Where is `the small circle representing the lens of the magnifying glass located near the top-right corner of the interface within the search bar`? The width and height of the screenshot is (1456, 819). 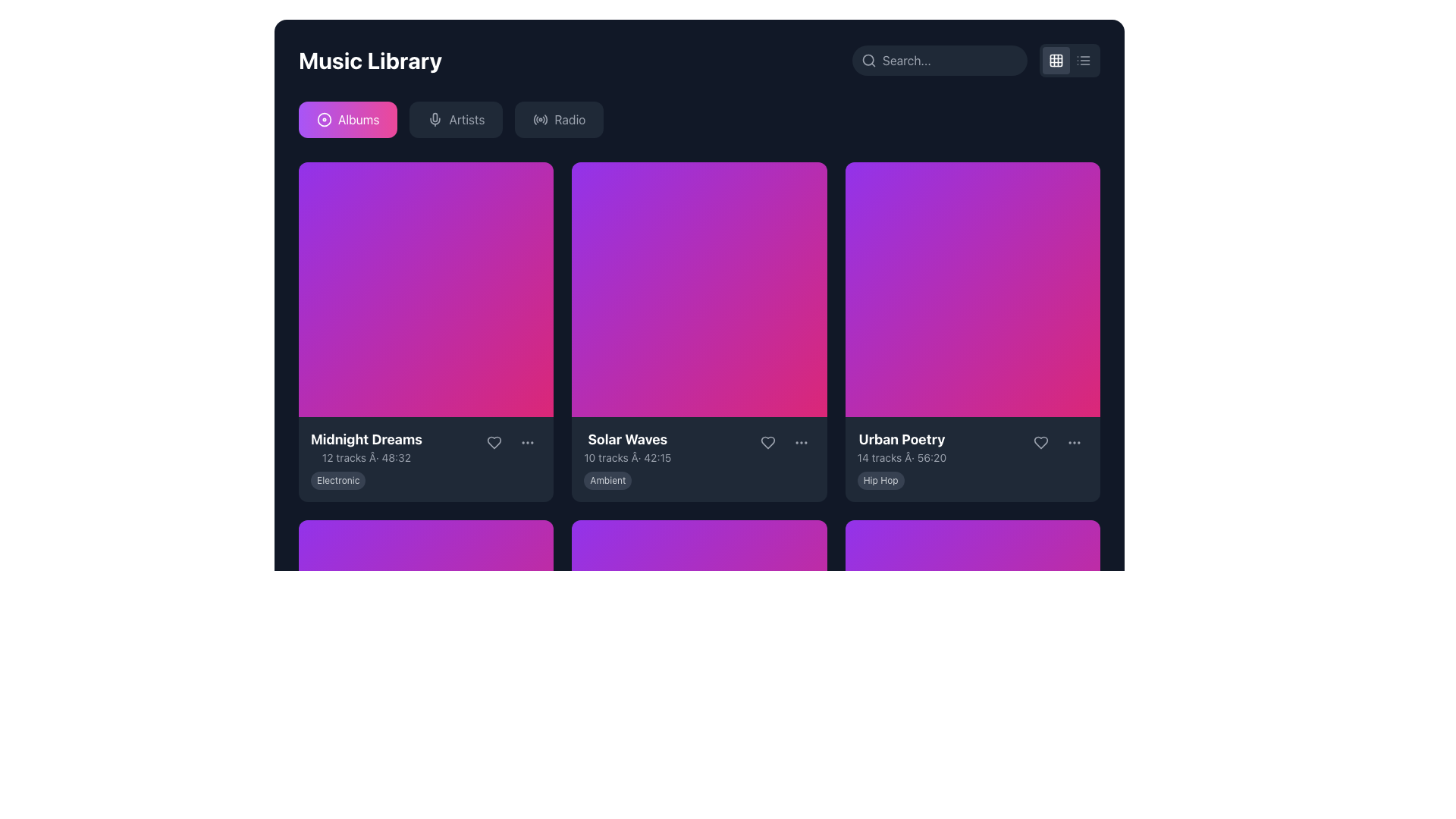
the small circle representing the lens of the magnifying glass located near the top-right corner of the interface within the search bar is located at coordinates (868, 59).